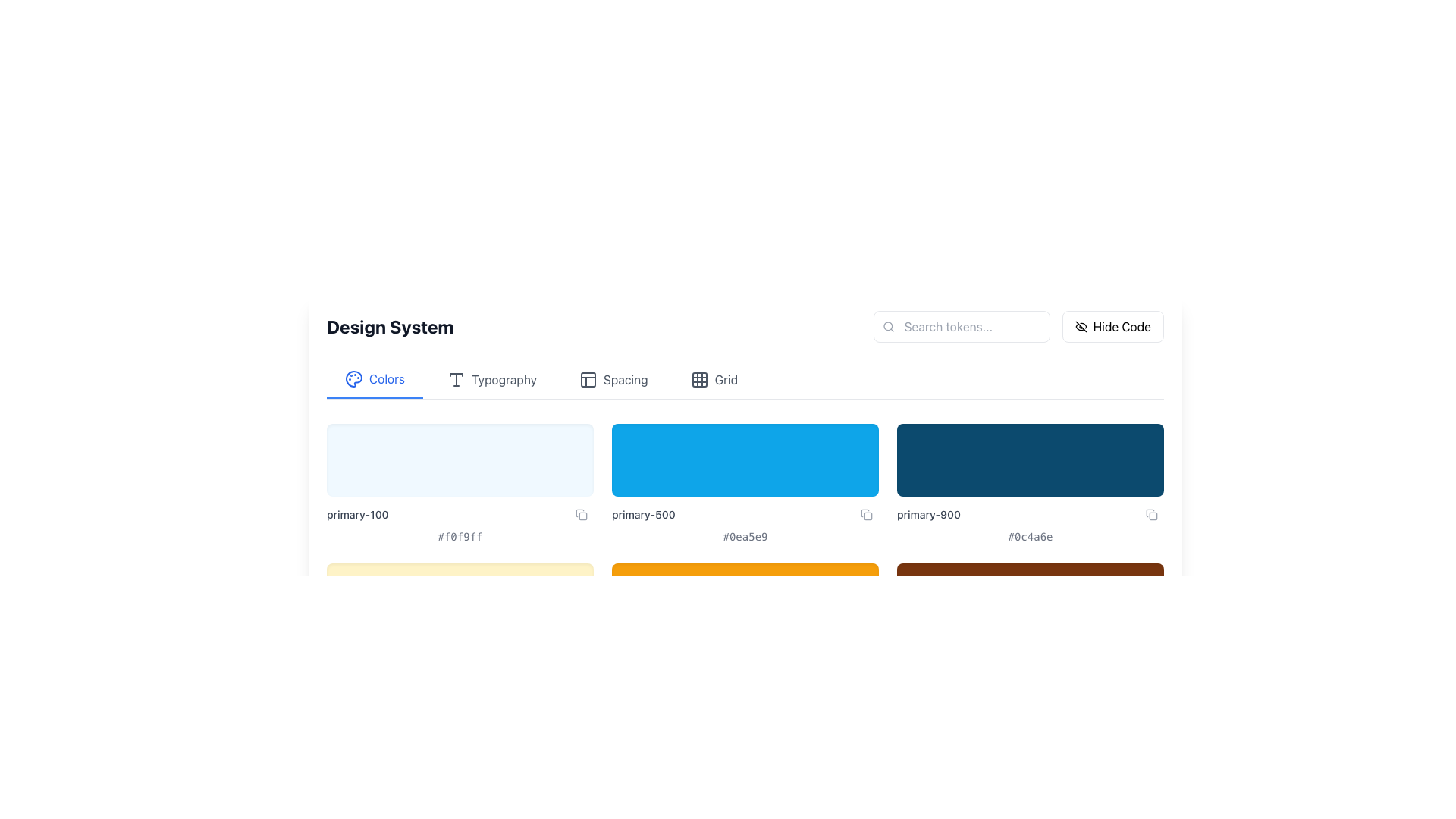 The image size is (1456, 819). What do you see at coordinates (1030, 459) in the screenshot?
I see `the color swatch representing 'primary-900' located in the fourth column of the grid layout` at bounding box center [1030, 459].